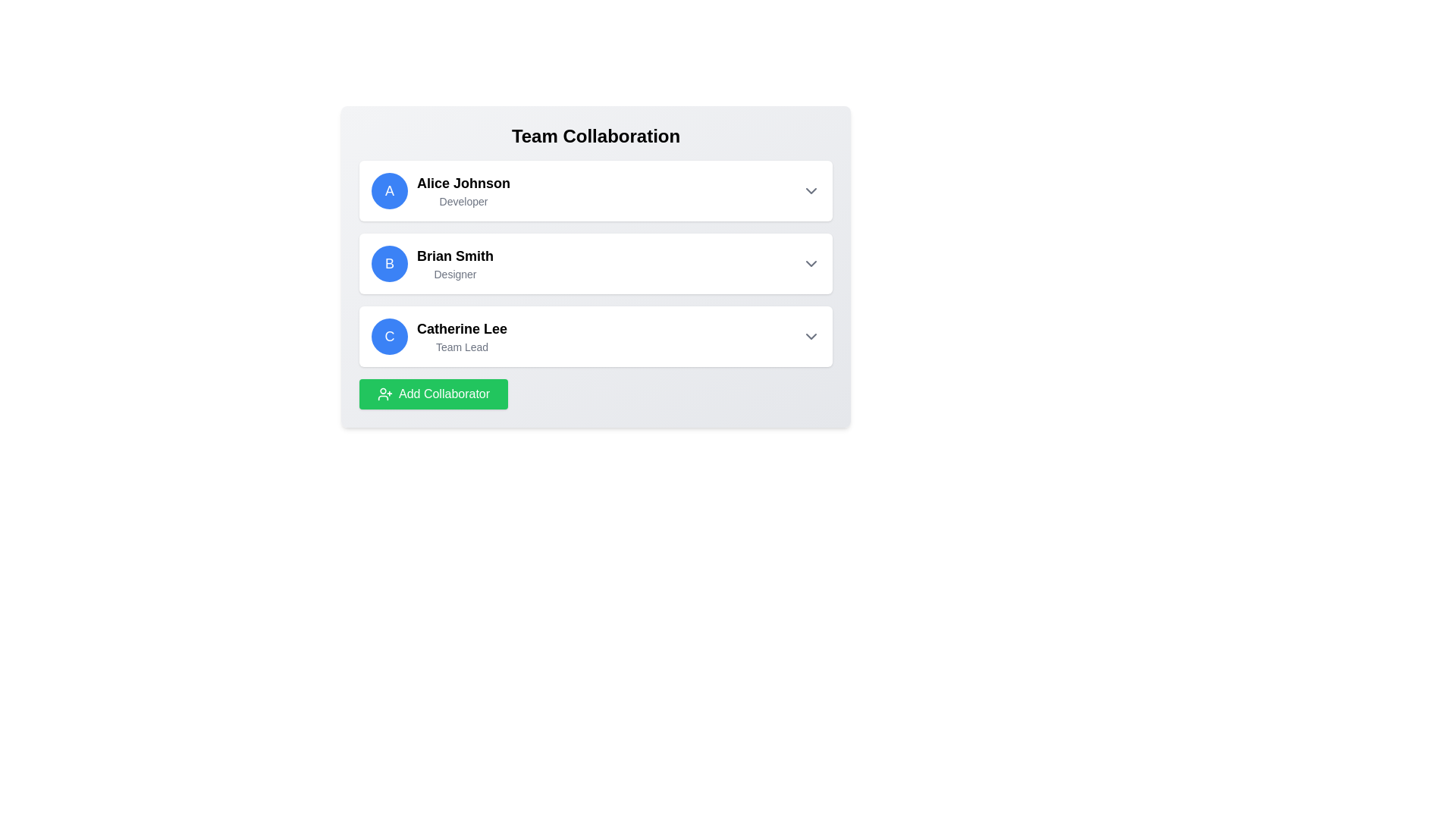 The width and height of the screenshot is (1456, 819). Describe the element at coordinates (389, 262) in the screenshot. I see `the Avatar element, which serves as a visual identifier for the user and is located on the left side of the horizontal layout, to possibly view details or perform an action` at that location.